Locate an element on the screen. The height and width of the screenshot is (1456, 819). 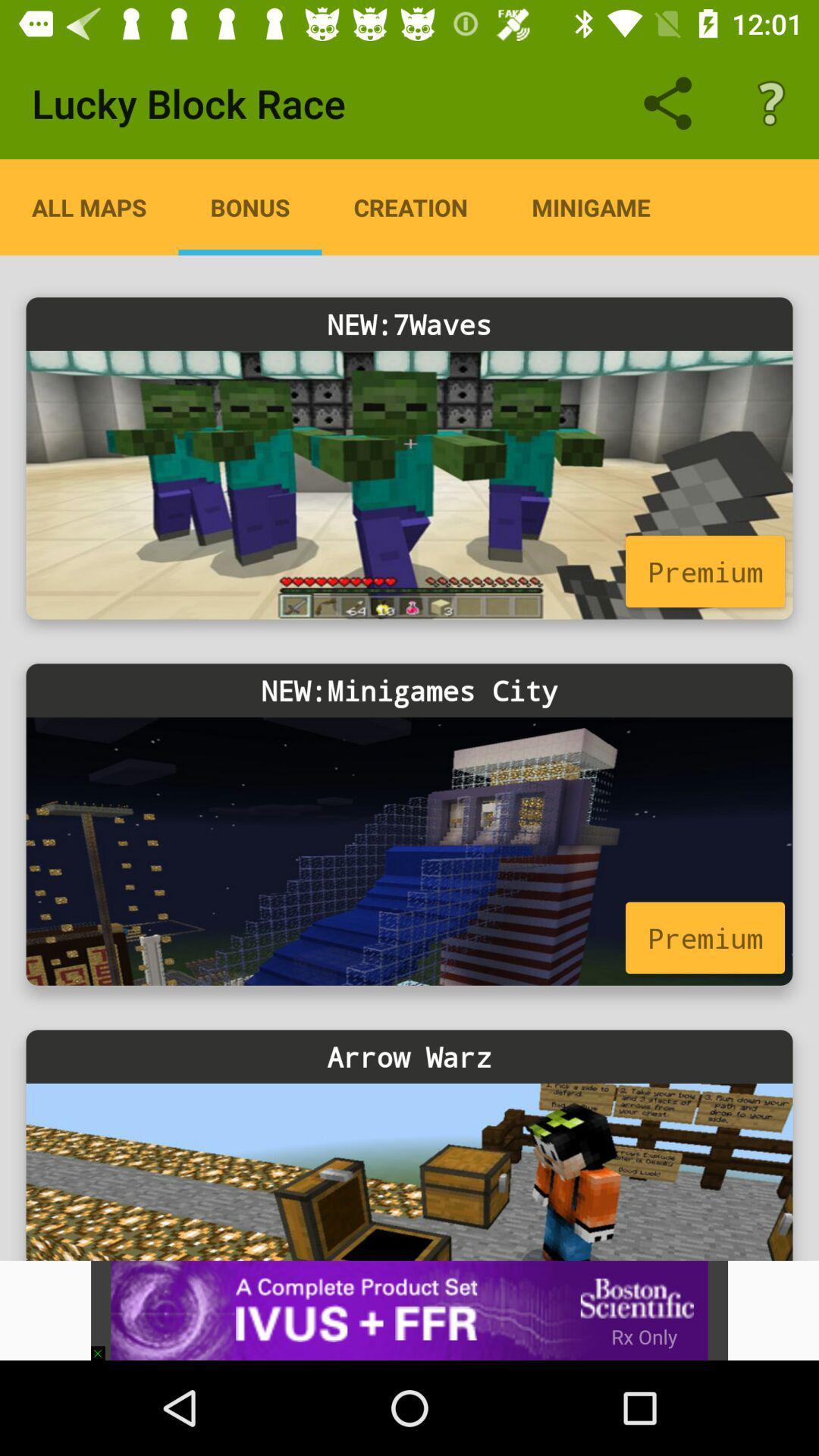
the bonus app is located at coordinates (249, 206).